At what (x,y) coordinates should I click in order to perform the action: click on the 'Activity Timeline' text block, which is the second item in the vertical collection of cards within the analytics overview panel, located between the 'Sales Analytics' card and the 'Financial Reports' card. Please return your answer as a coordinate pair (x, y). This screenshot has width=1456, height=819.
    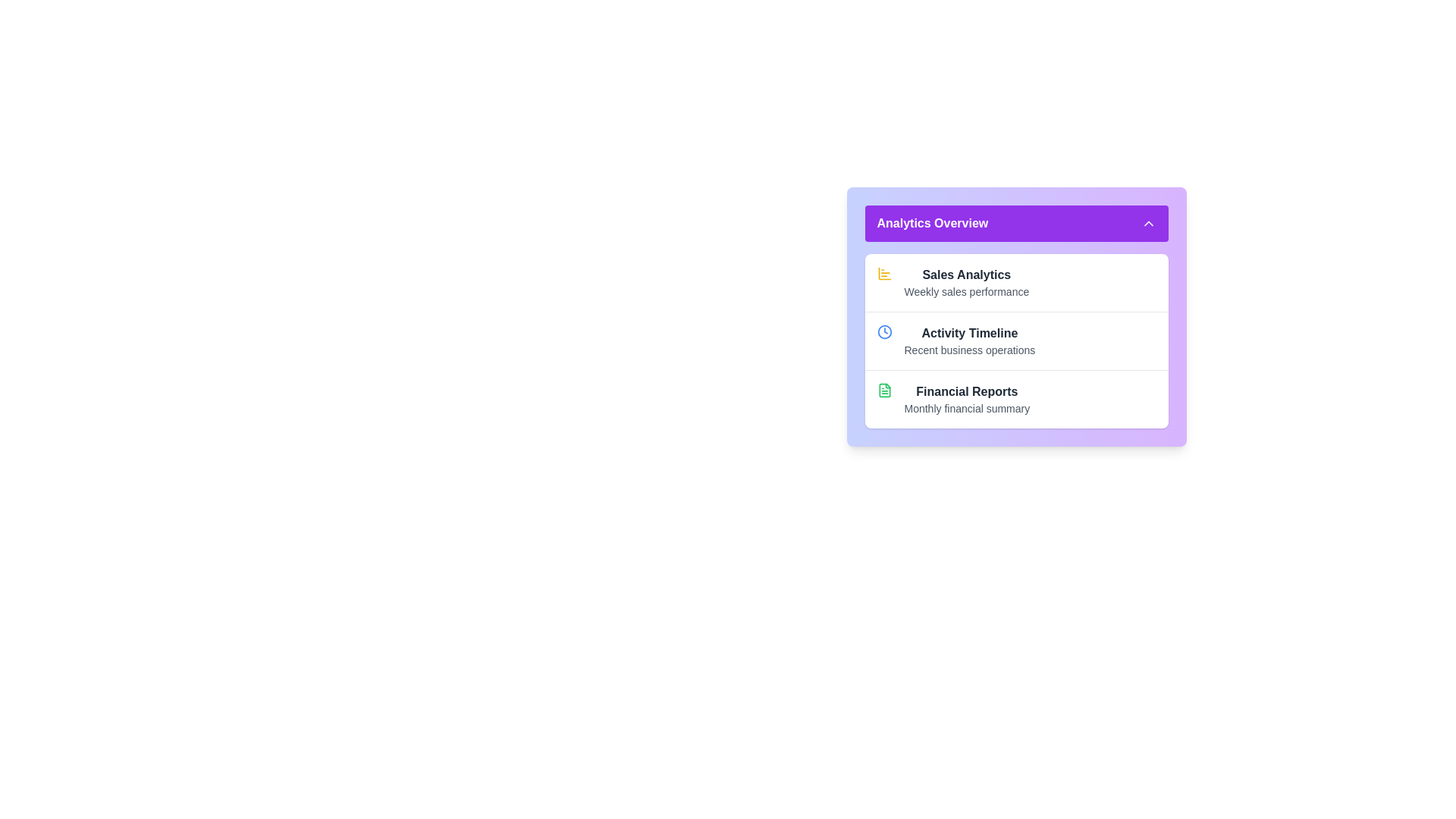
    Looking at the image, I should click on (968, 341).